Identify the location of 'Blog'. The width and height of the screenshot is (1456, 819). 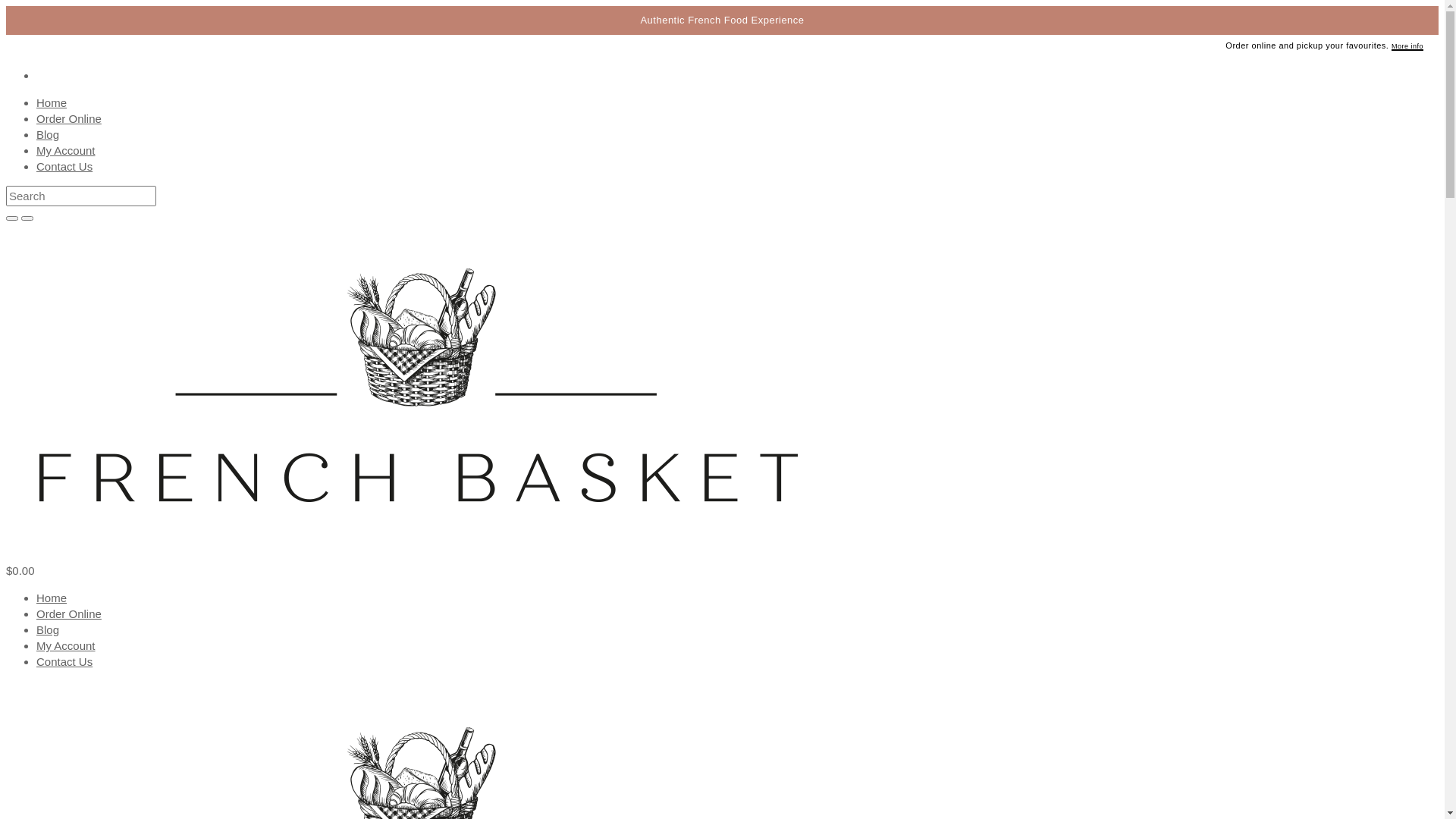
(47, 133).